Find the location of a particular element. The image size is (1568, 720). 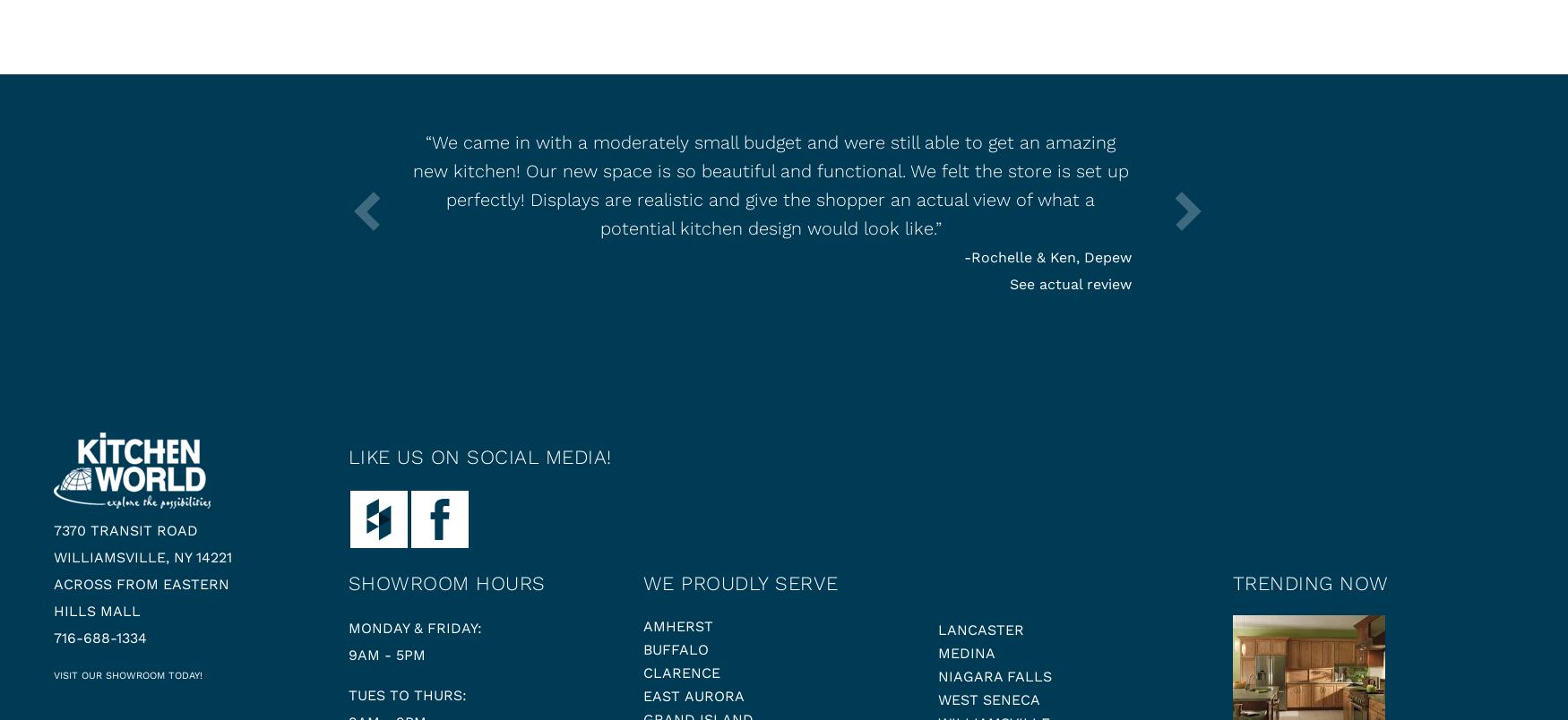

'BUFFALO' is located at coordinates (674, 649).